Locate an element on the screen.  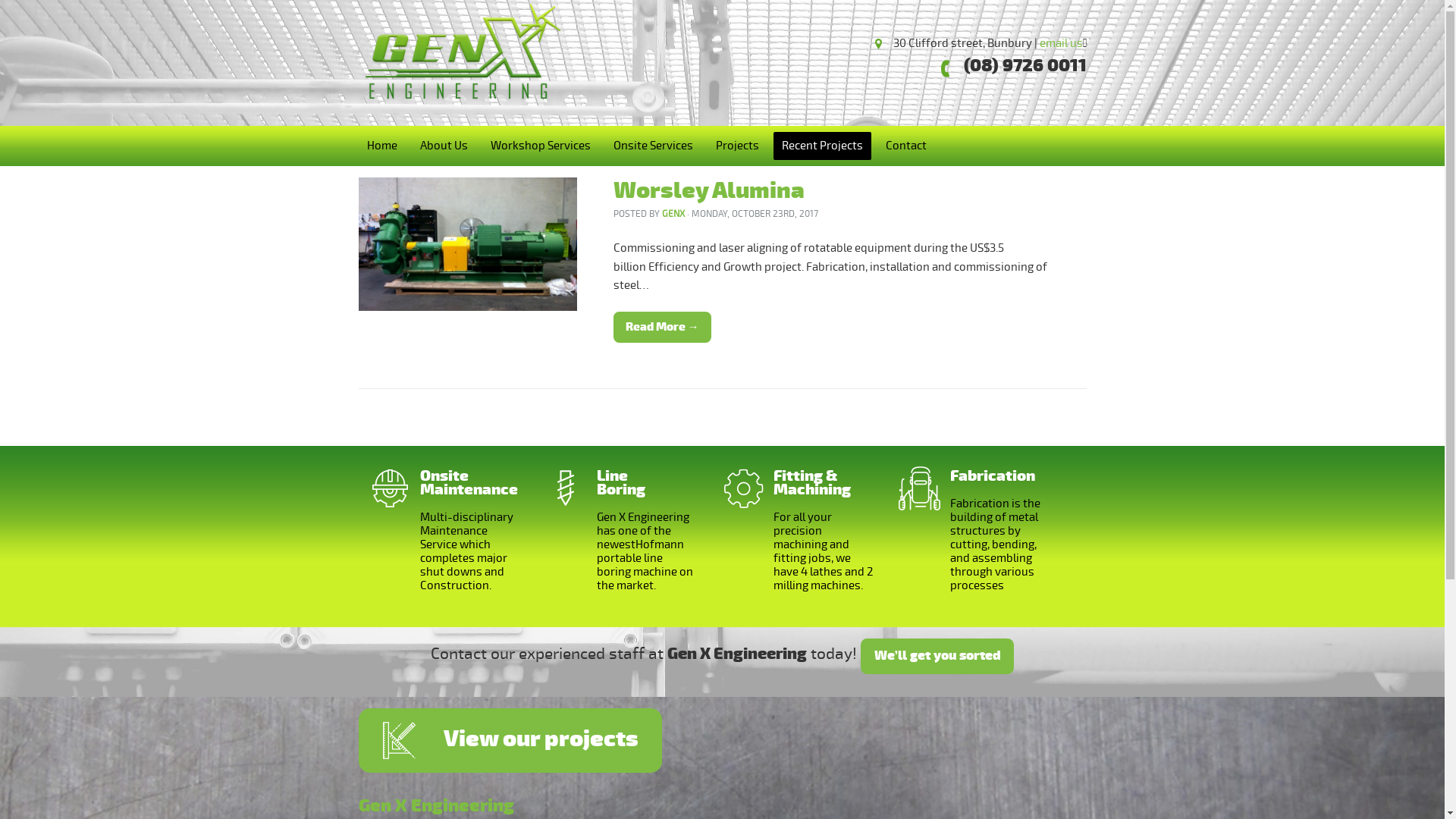
'Projects' is located at coordinates (736, 146).